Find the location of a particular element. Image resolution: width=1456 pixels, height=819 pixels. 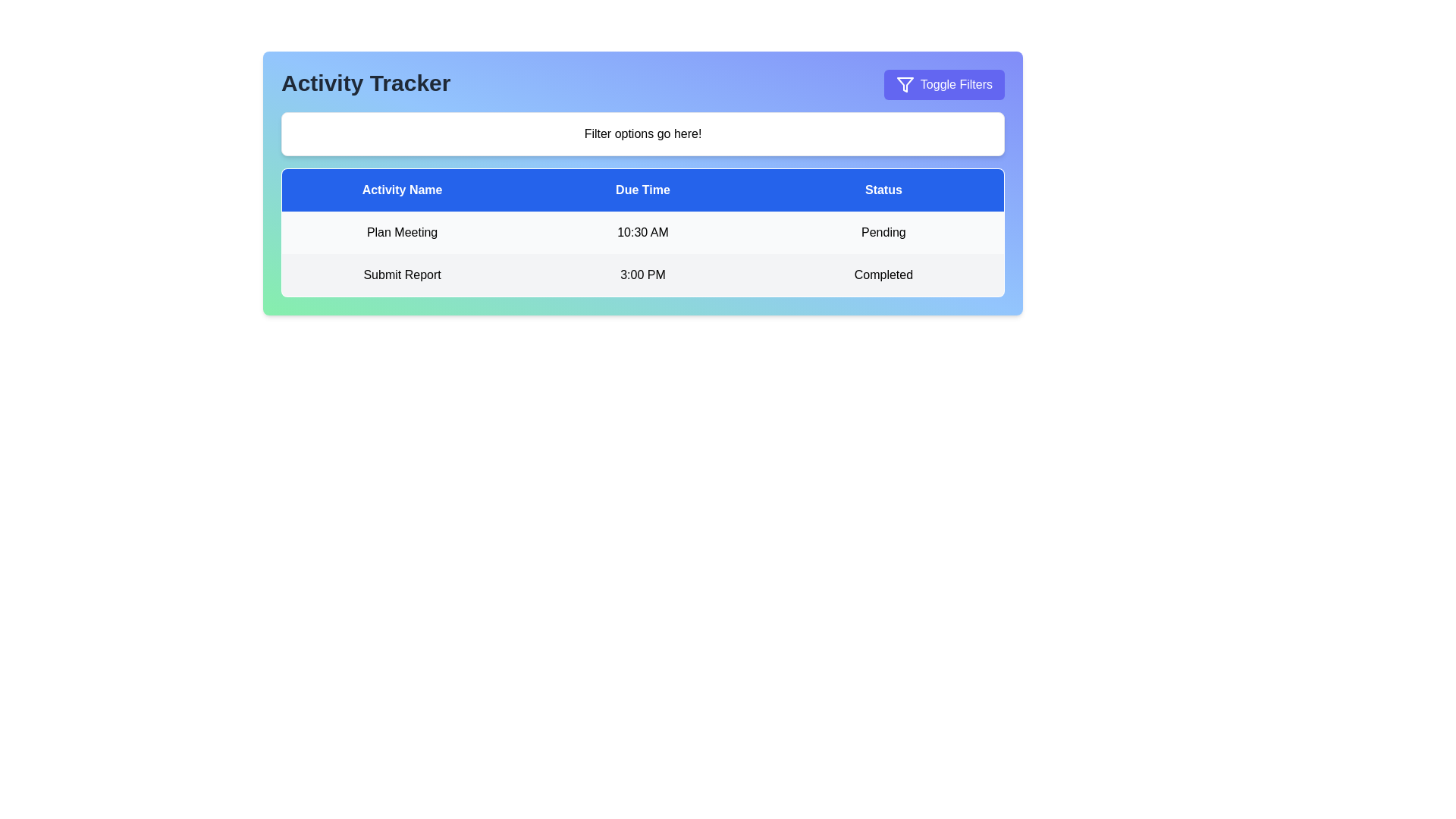

the text label '10:30 AM' which is located in the second column of the first row within a table, aligning with the header 'Due Time' is located at coordinates (643, 233).